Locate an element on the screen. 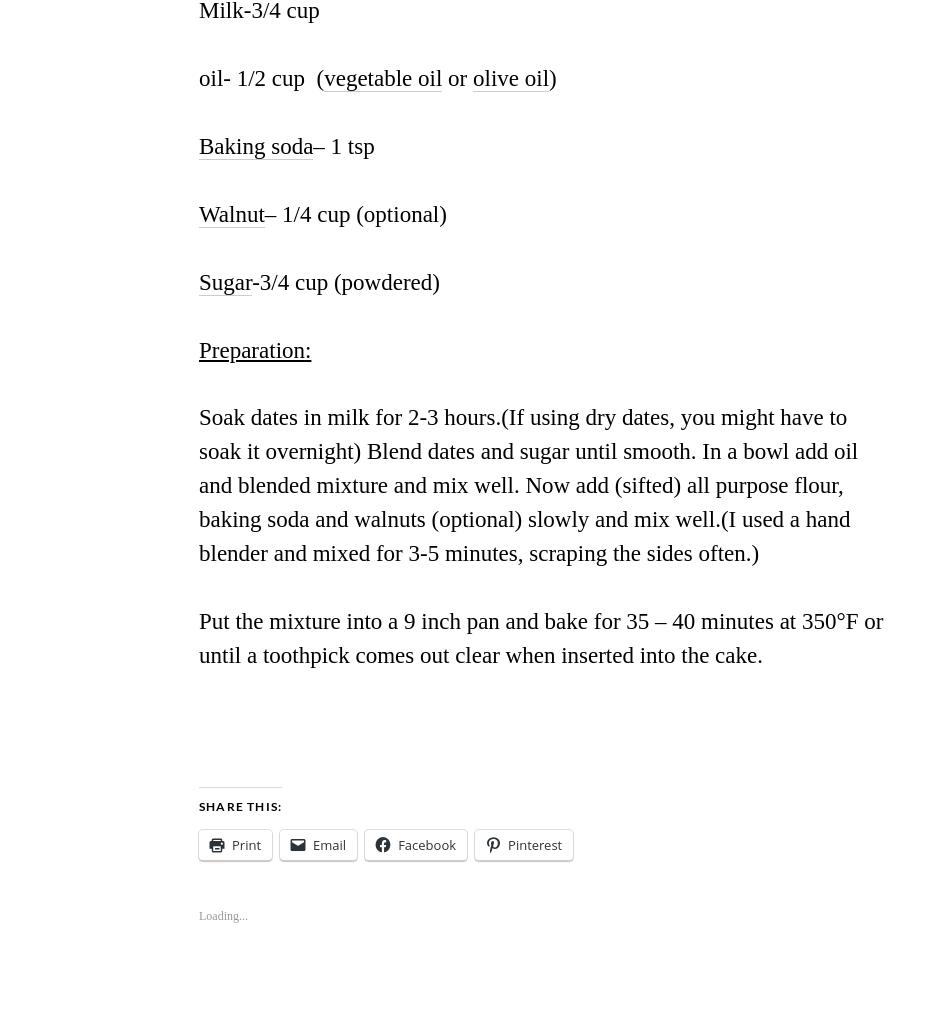 Image resolution: width=950 pixels, height=1032 pixels. 'Pinterest' is located at coordinates (535, 845).